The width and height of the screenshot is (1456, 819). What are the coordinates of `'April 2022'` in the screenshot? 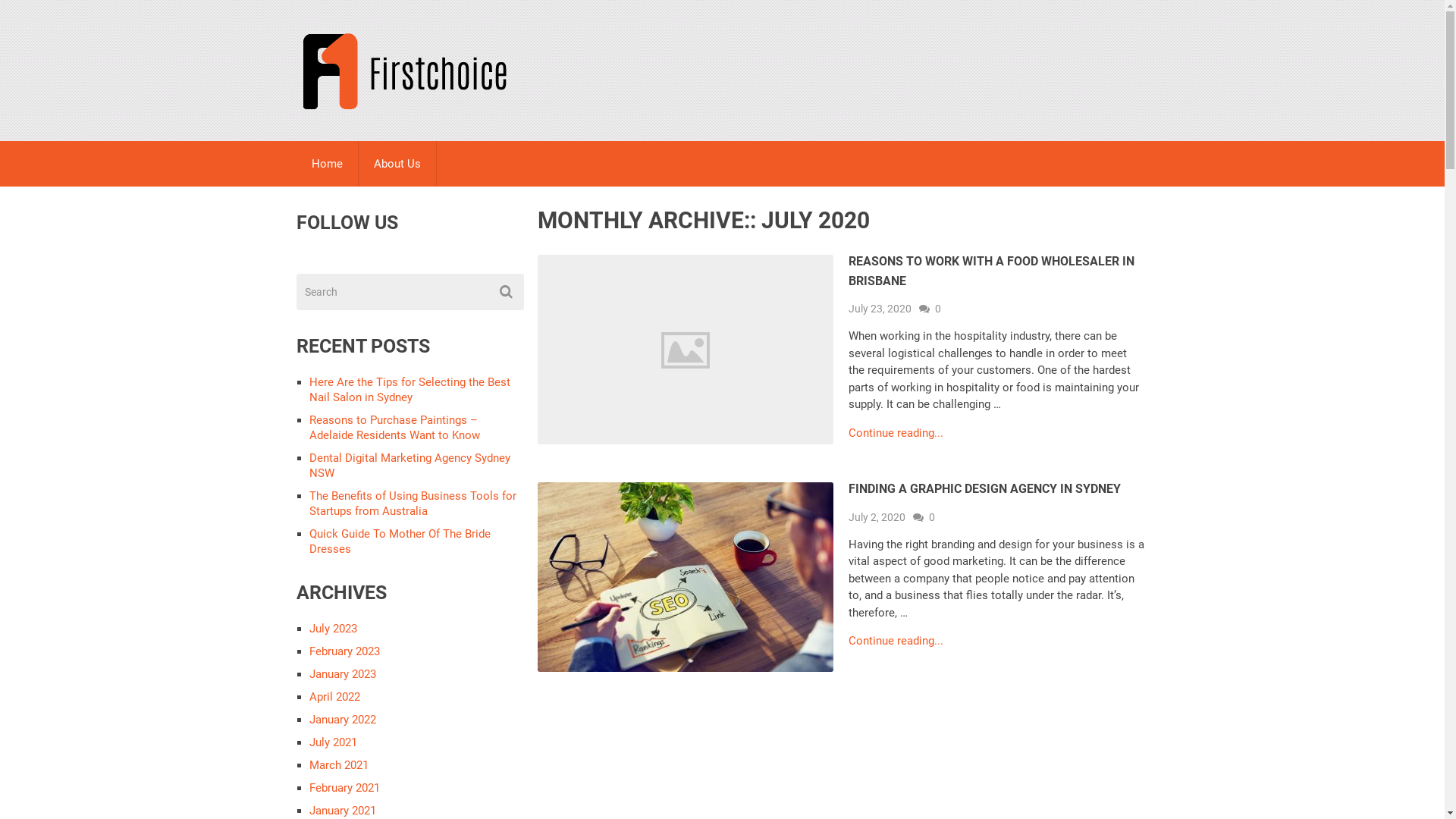 It's located at (309, 696).